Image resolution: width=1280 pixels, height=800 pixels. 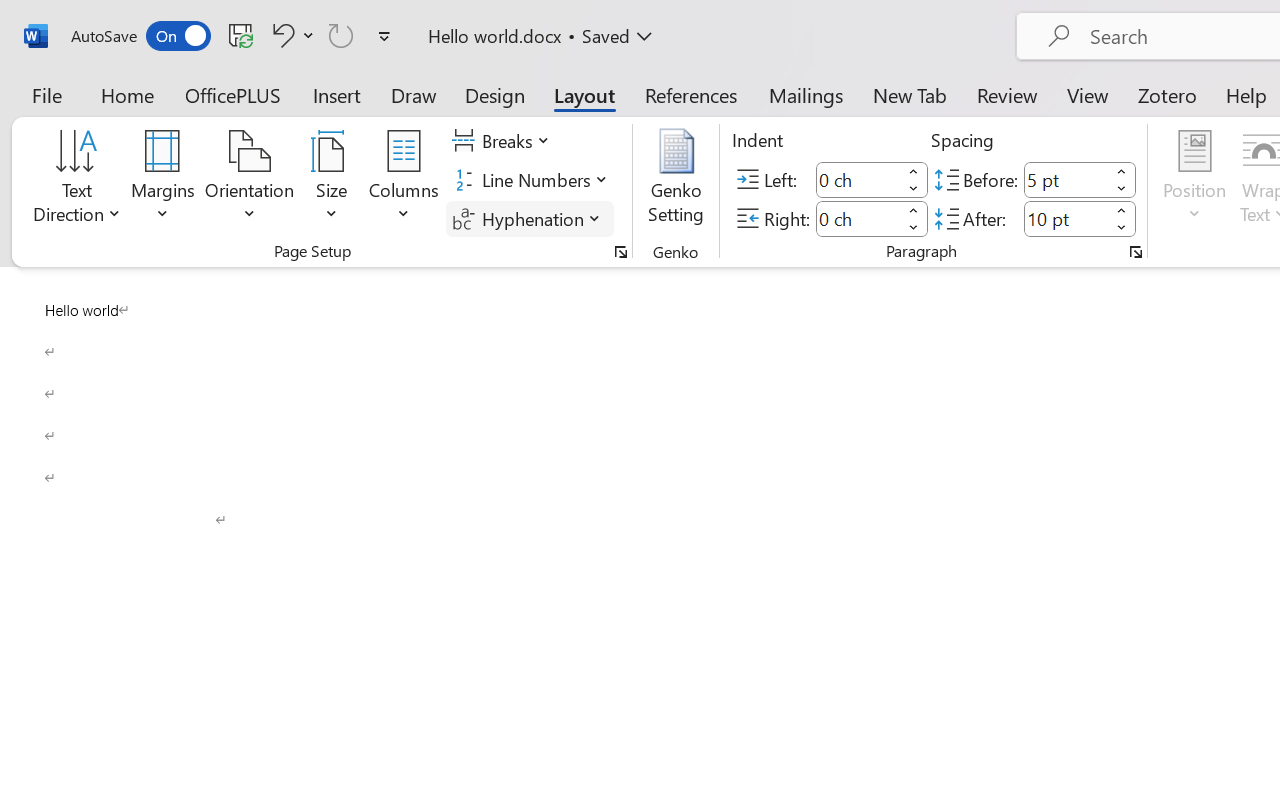 I want to click on 'Columns', so click(x=403, y=179).